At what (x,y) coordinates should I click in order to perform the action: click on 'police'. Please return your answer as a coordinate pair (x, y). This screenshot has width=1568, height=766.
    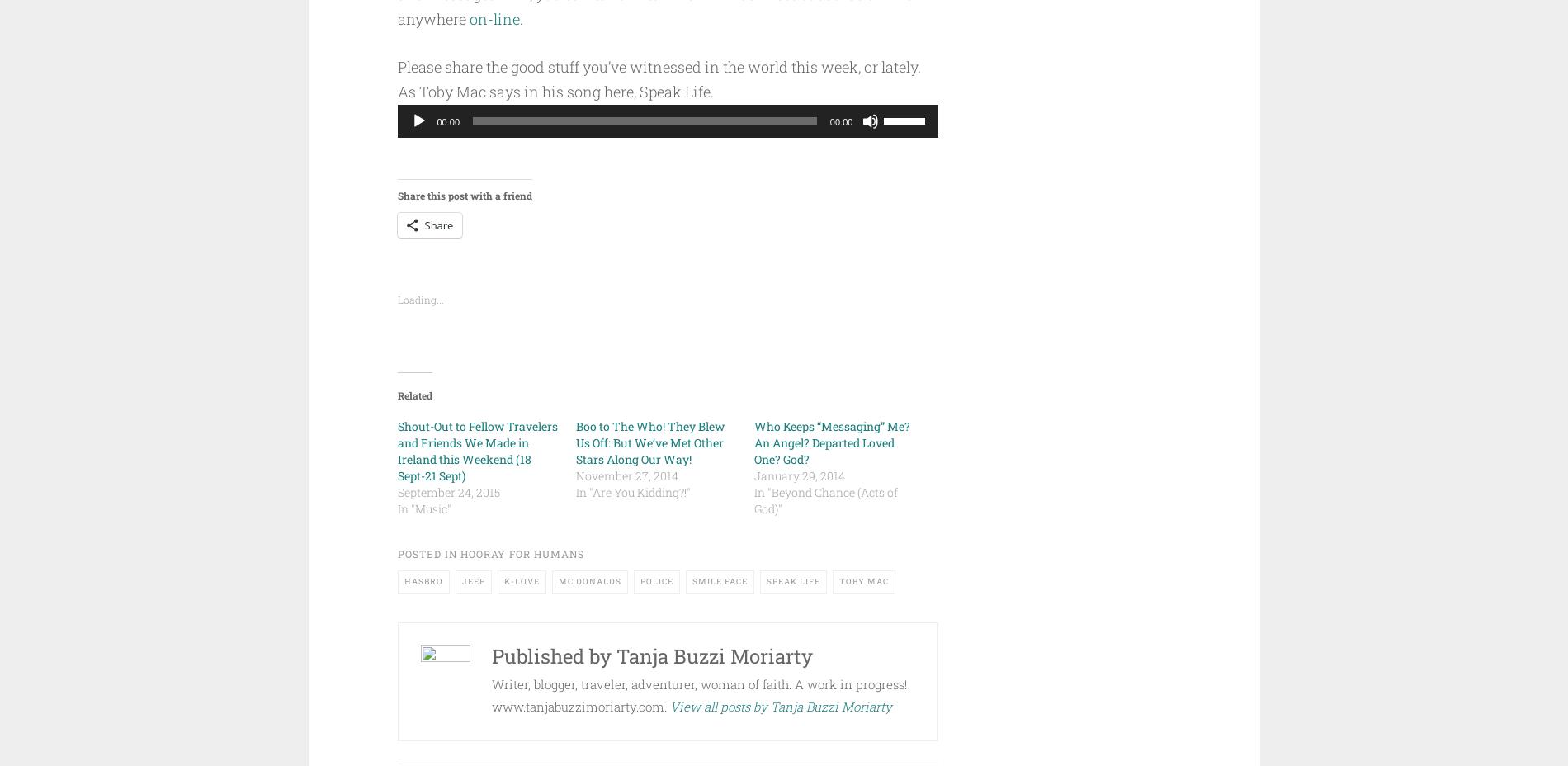
    Looking at the image, I should click on (639, 580).